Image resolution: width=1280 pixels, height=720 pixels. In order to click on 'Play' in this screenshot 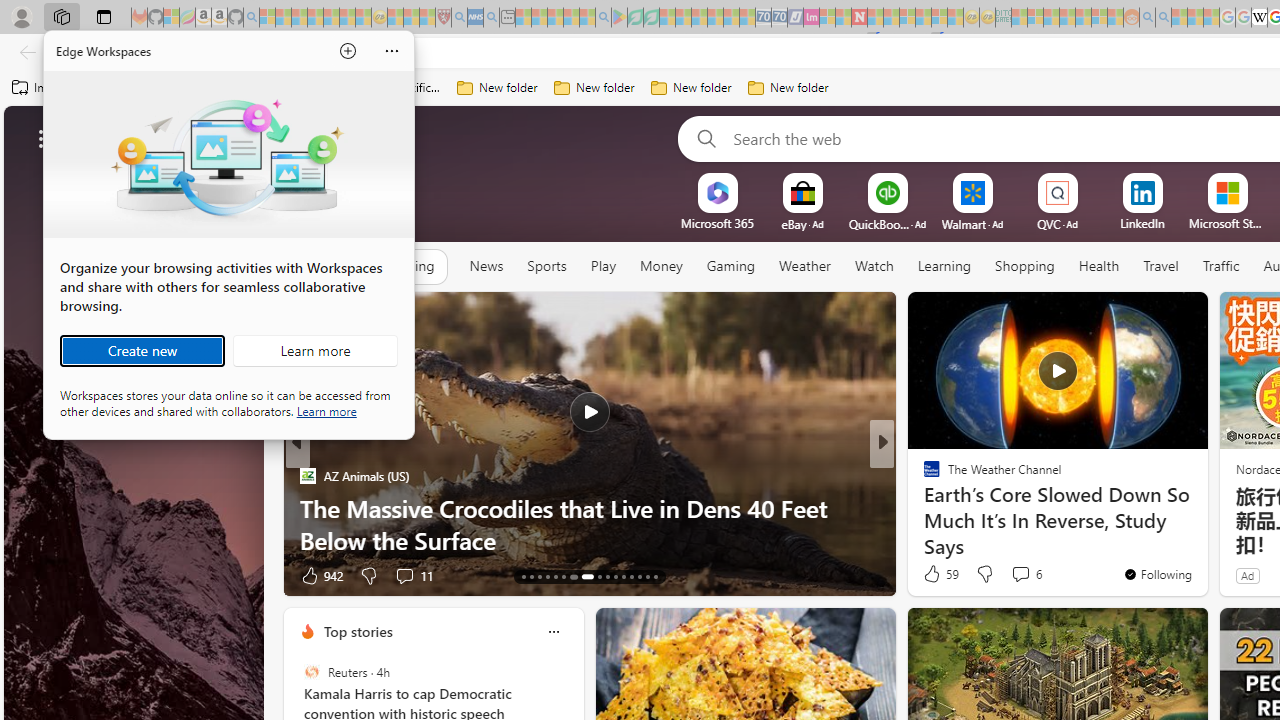, I will do `click(602, 266)`.